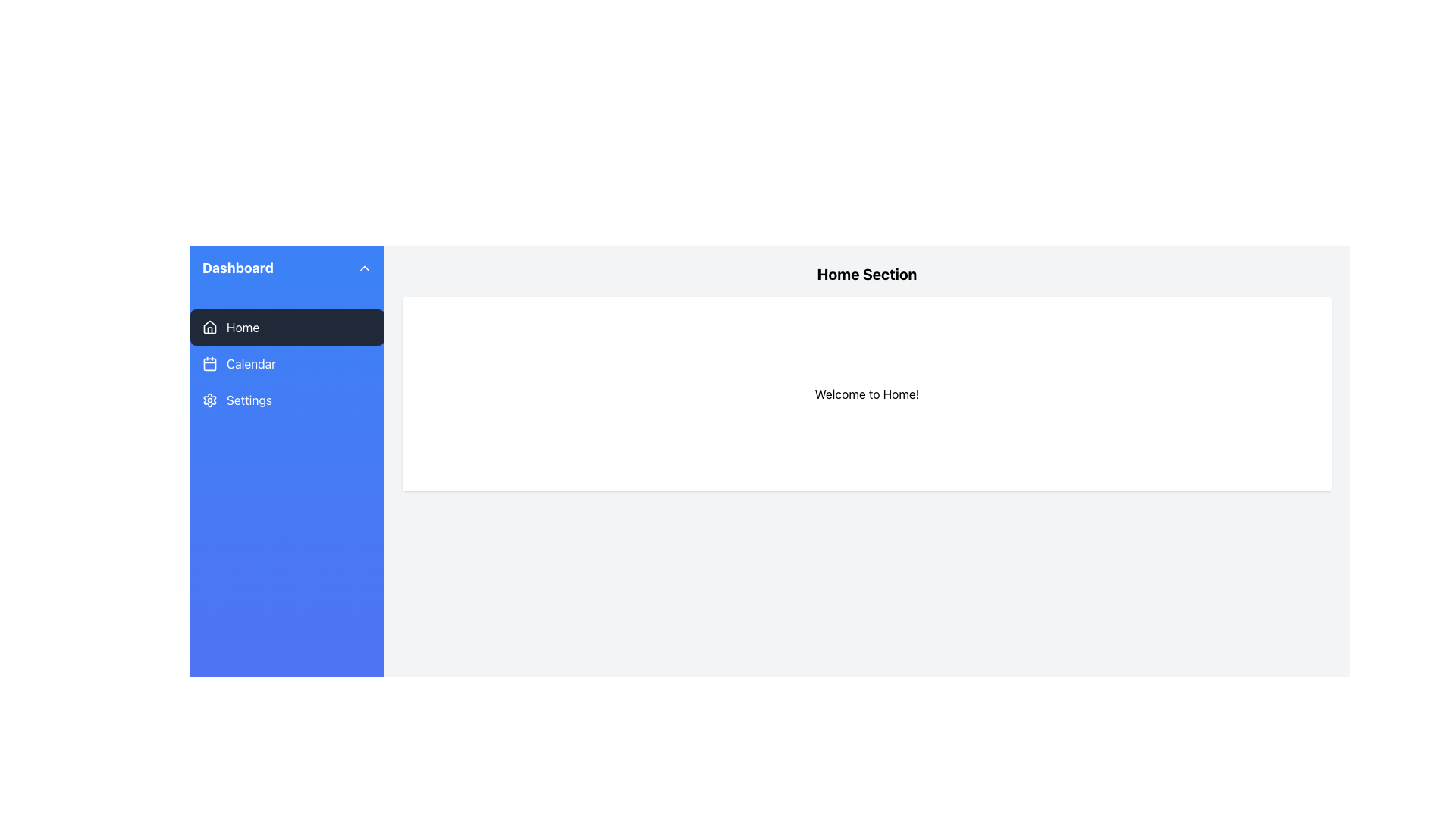 The image size is (1456, 819). I want to click on the Chevron icon button located in the top-right corner of the sidebar header, so click(364, 268).